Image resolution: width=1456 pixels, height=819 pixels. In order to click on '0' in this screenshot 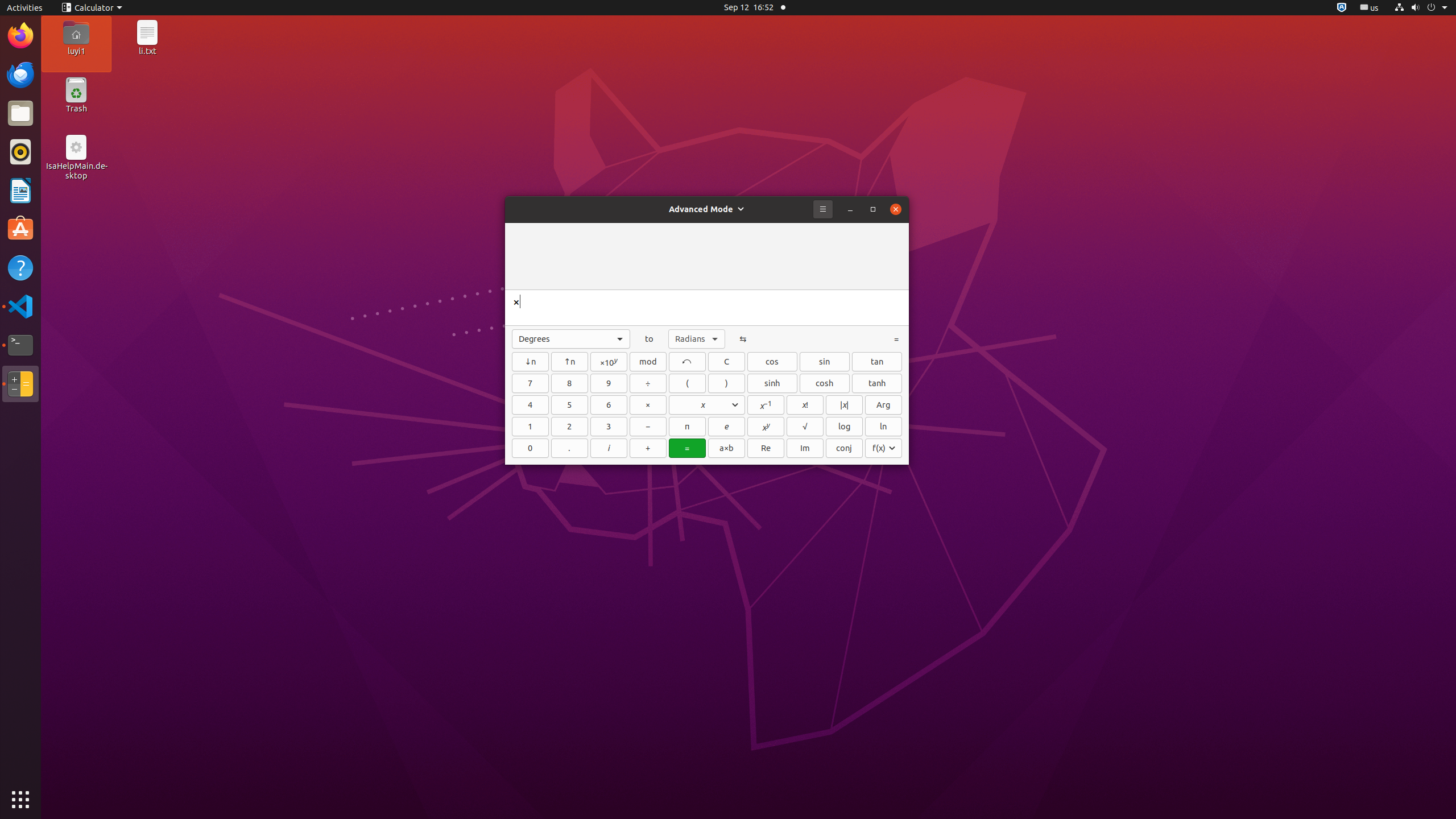, I will do `click(530, 447)`.